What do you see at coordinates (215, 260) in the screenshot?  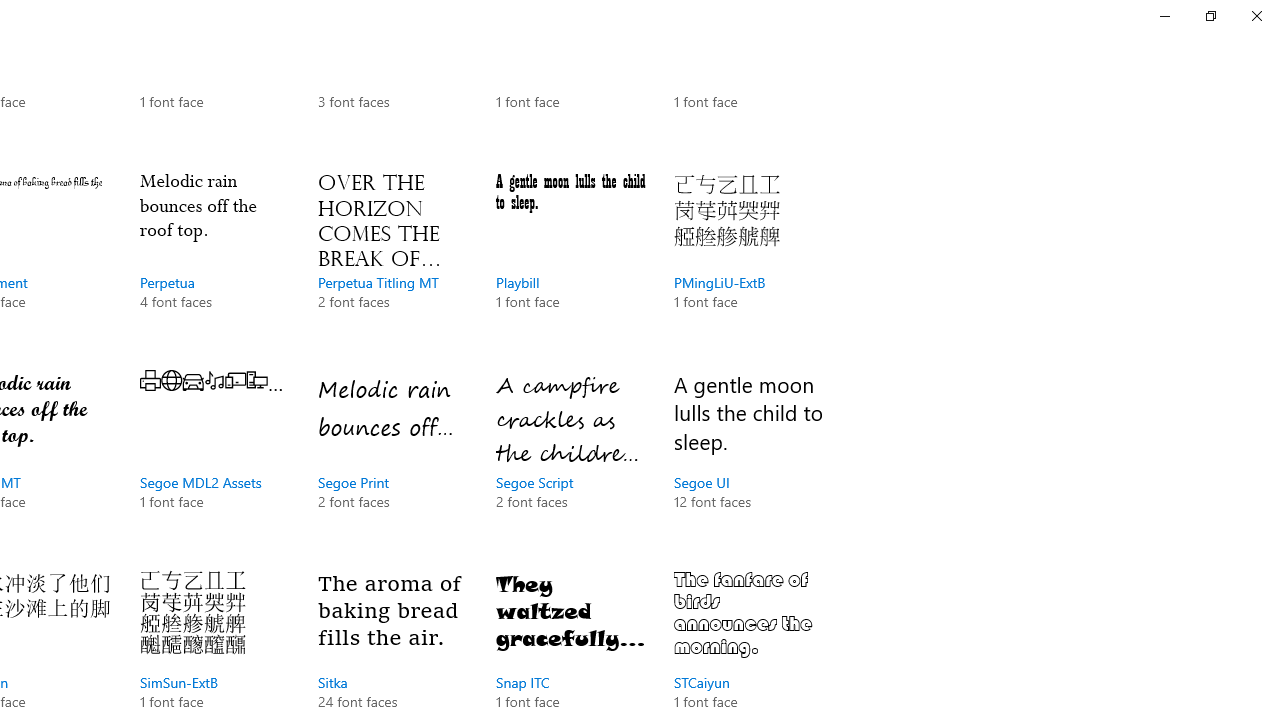 I see `'Perpetua, 4 font faces'` at bounding box center [215, 260].